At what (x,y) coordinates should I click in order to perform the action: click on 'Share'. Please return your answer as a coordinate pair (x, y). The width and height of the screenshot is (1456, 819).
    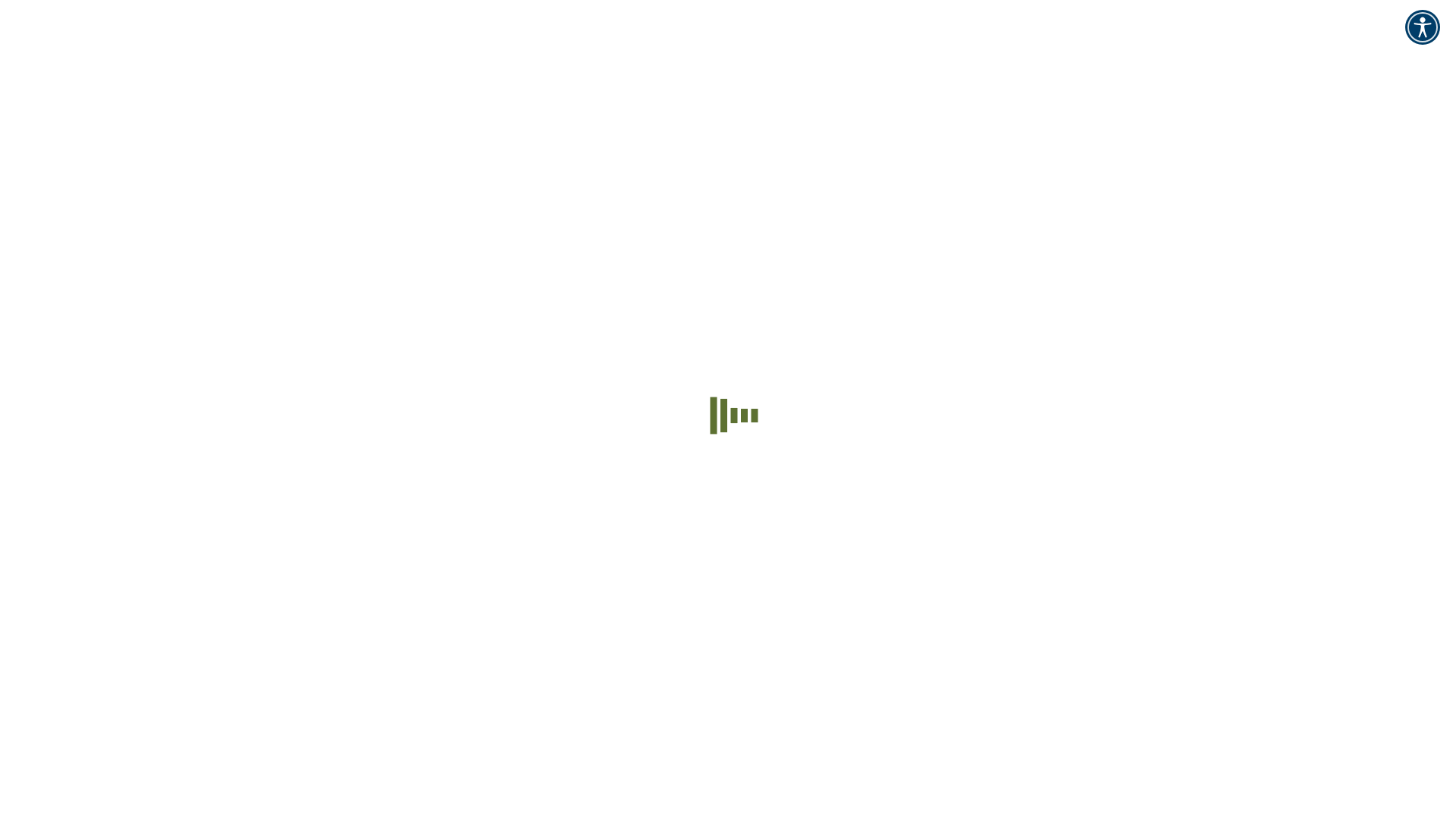
    Looking at the image, I should click on (27, 641).